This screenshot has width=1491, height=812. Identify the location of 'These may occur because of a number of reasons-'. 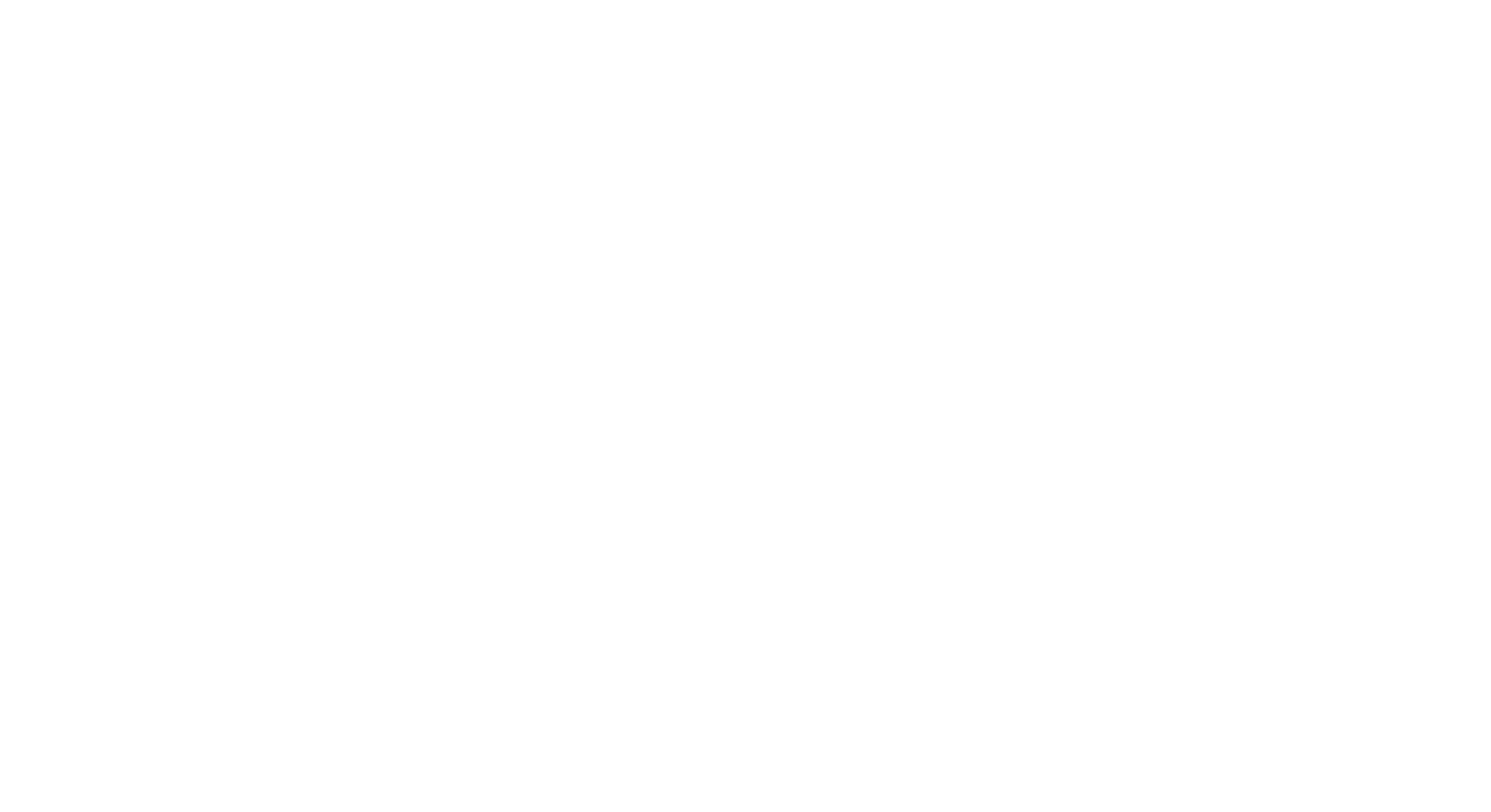
(455, 258).